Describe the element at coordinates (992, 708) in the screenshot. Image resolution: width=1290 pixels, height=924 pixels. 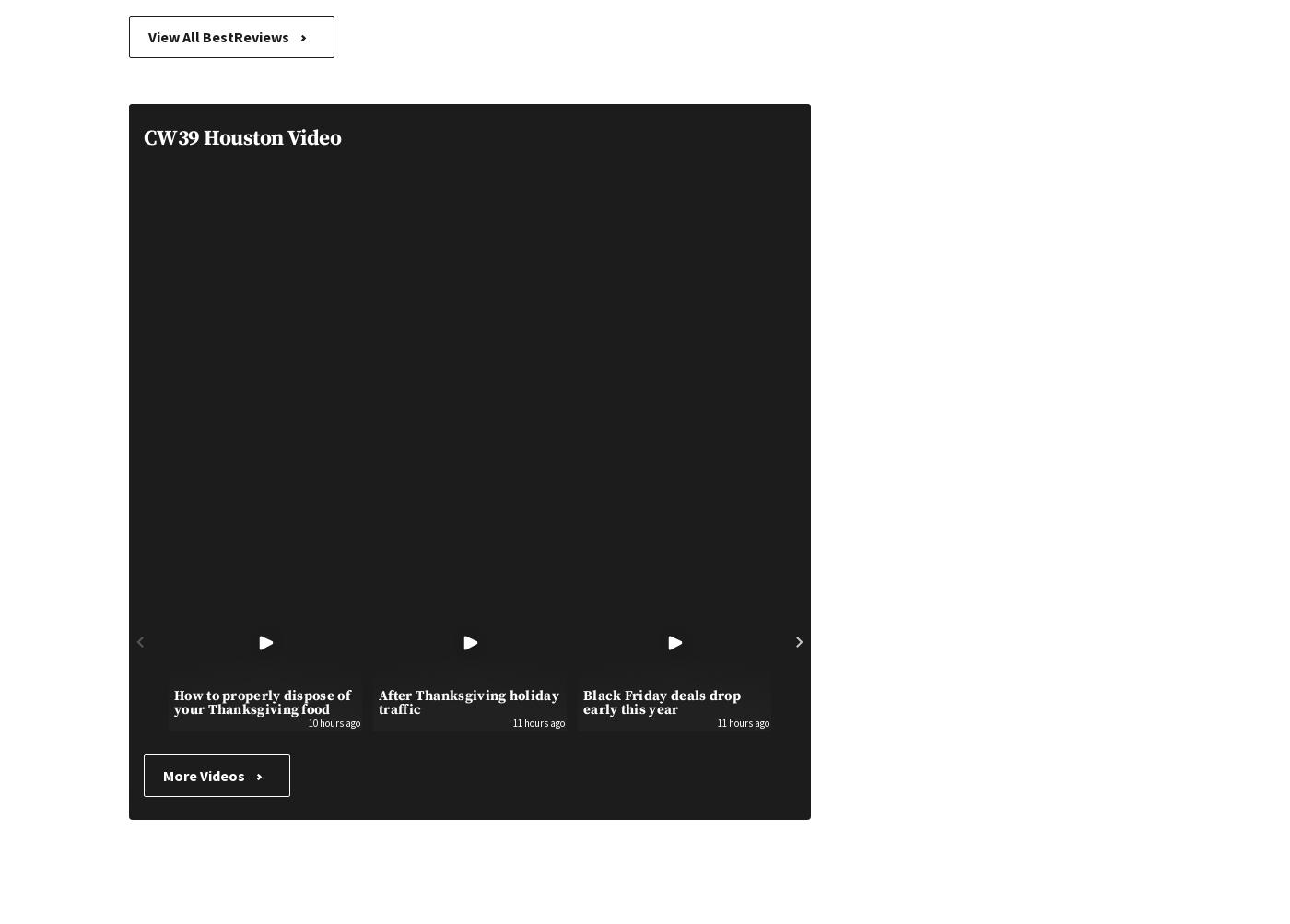
I see `'Nice for a few days, rain and a cold front this weekend'` at that location.